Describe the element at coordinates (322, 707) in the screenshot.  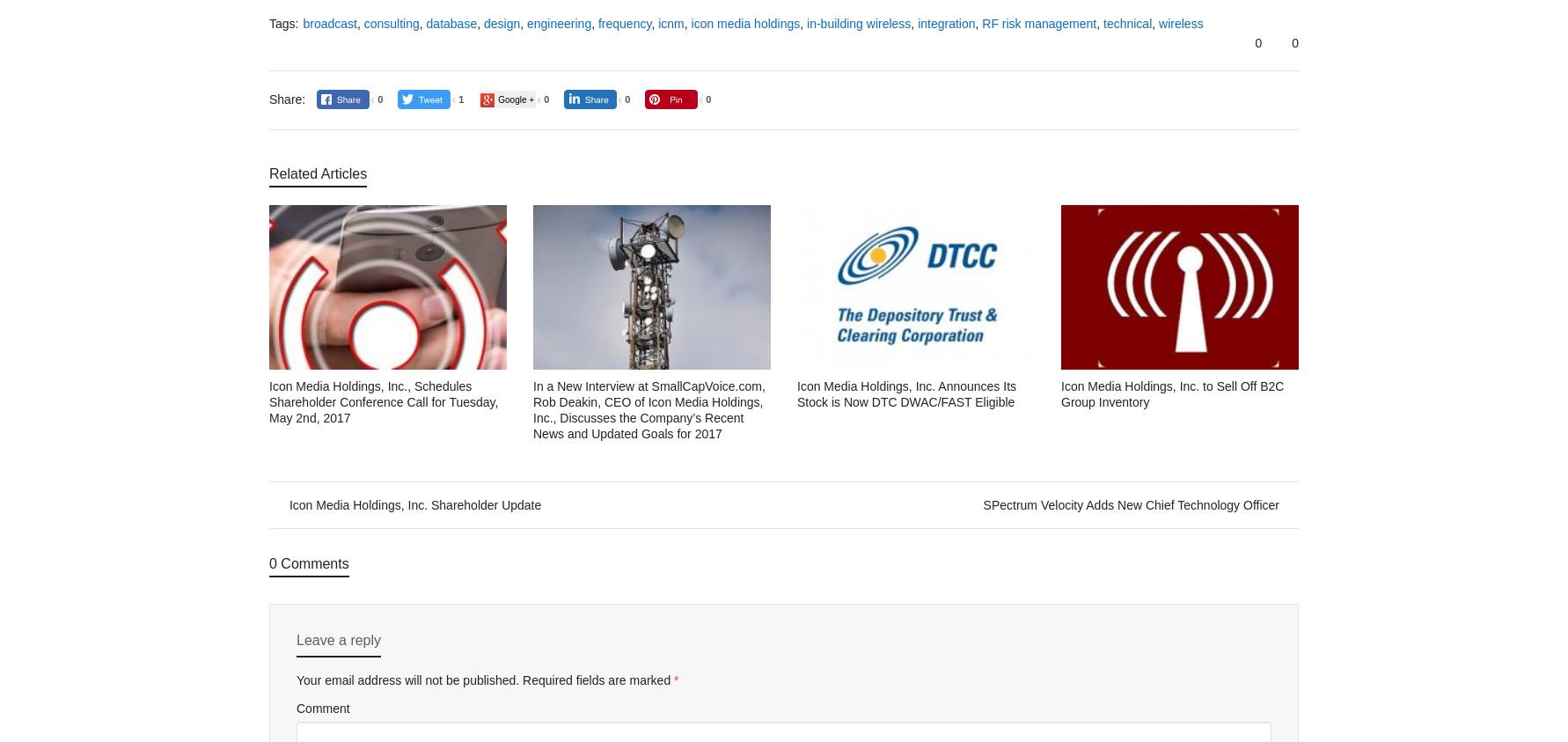
I see `'Comment'` at that location.